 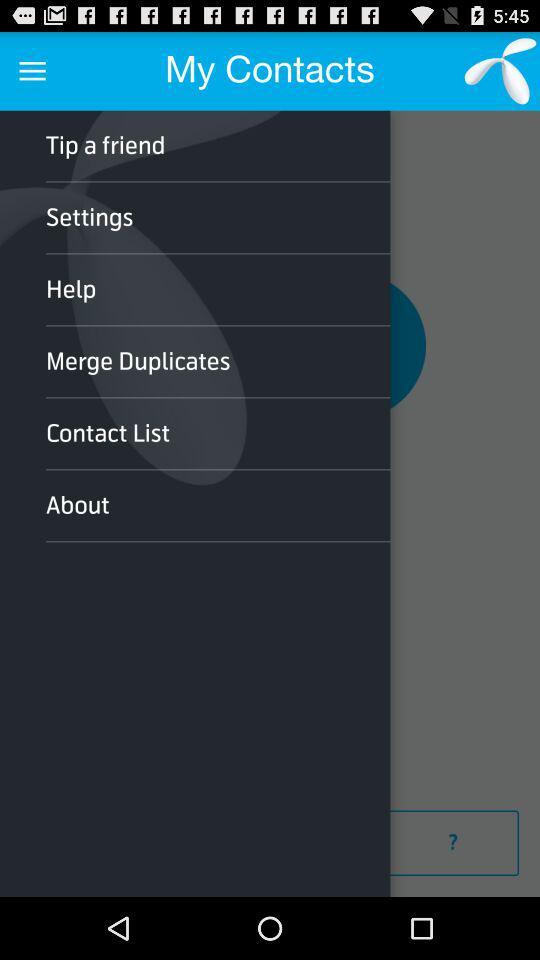 What do you see at coordinates (453, 841) in the screenshot?
I see `go to` at bounding box center [453, 841].